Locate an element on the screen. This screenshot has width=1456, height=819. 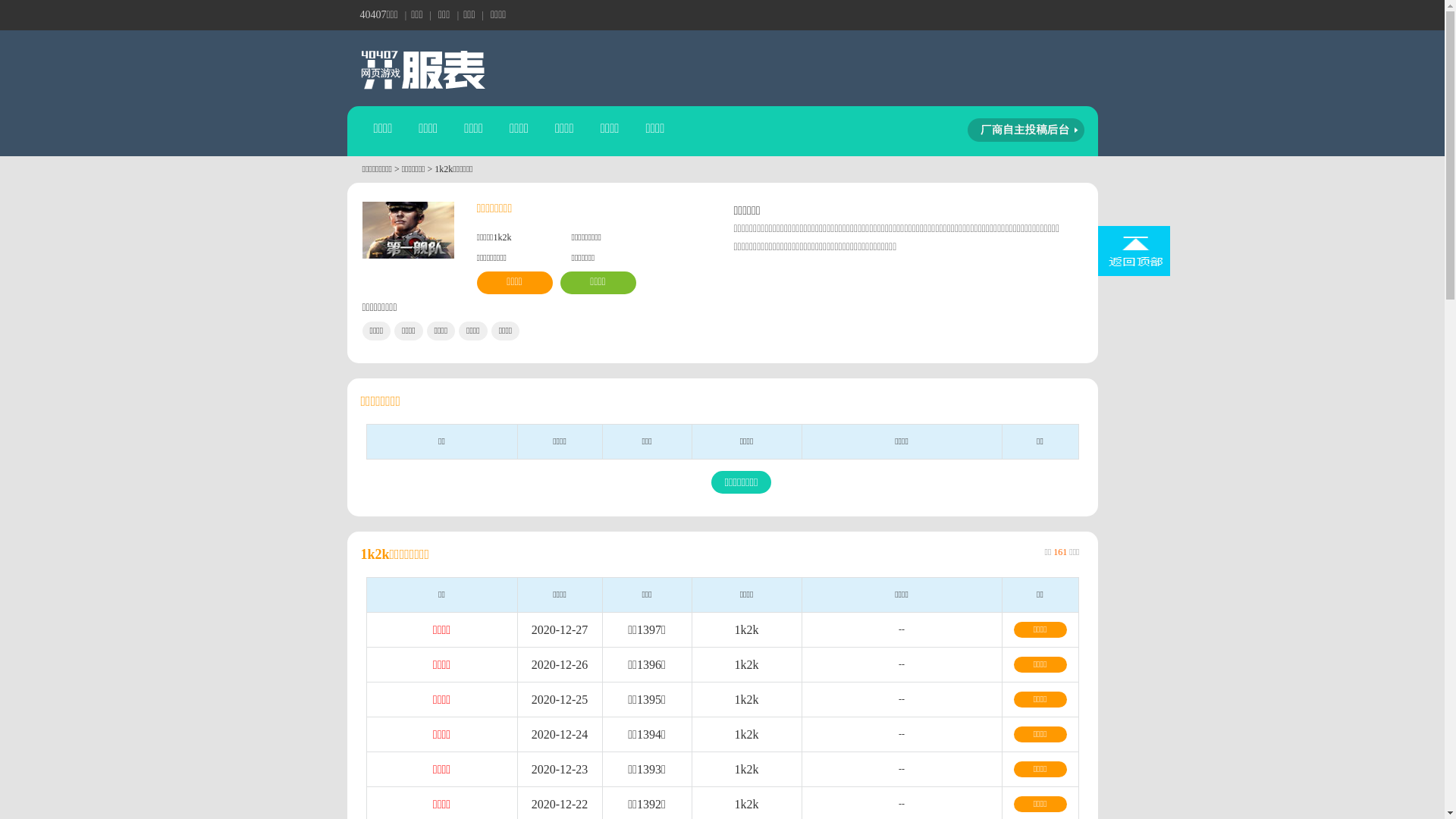
'1k2k' is located at coordinates (745, 664).